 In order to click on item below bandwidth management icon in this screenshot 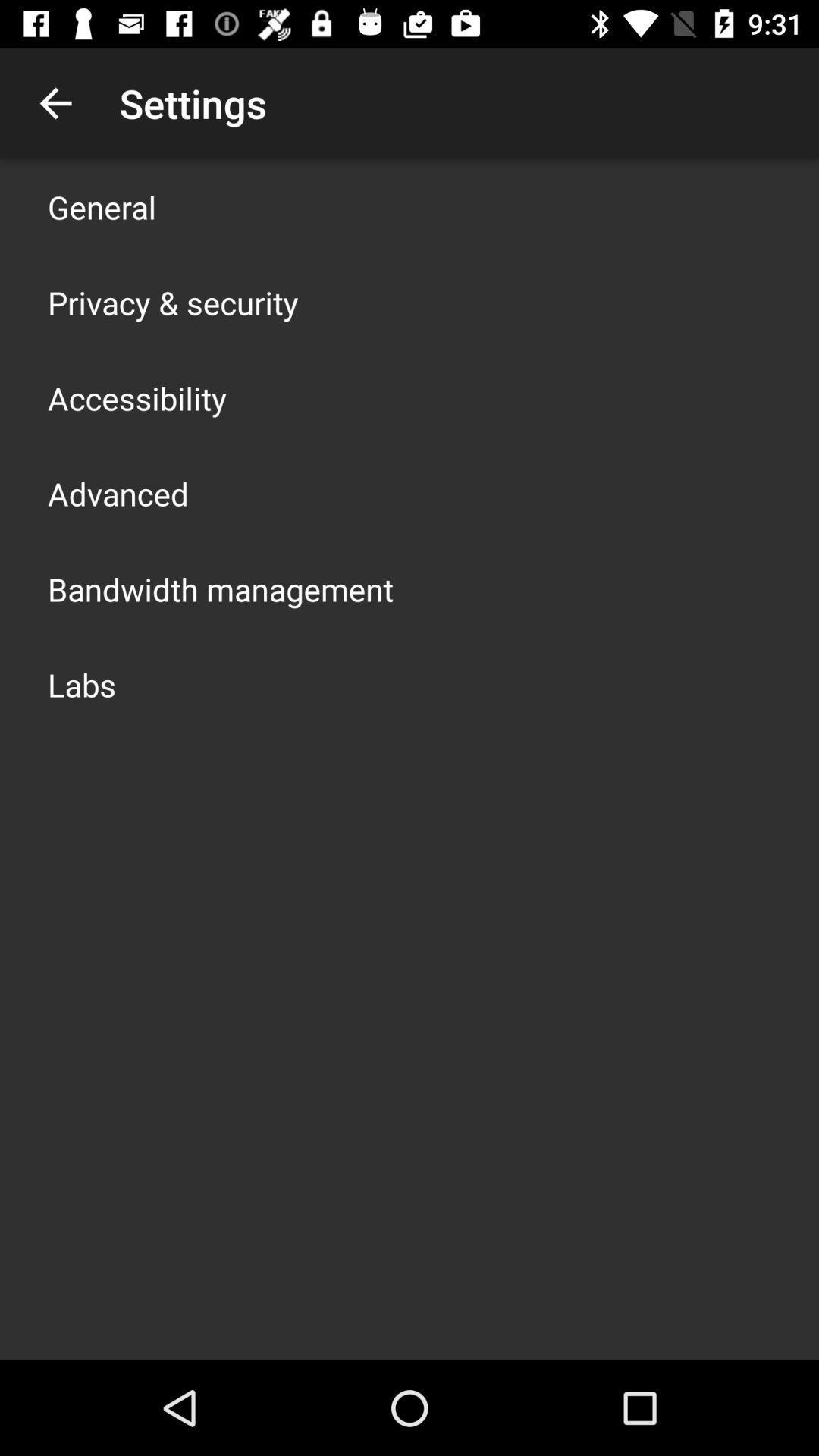, I will do `click(82, 683)`.